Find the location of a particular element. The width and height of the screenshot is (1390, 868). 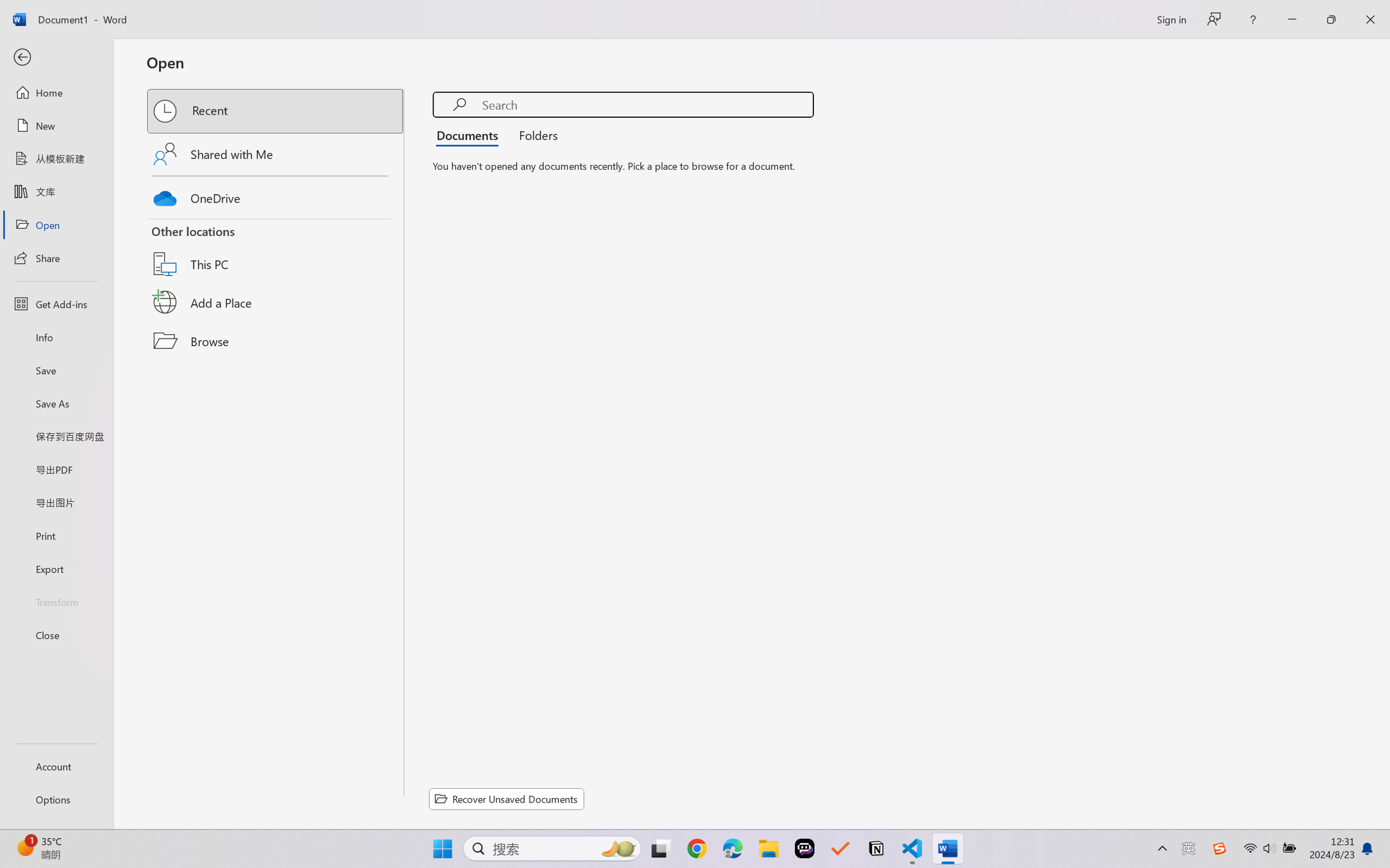

'This PC' is located at coordinates (276, 250).